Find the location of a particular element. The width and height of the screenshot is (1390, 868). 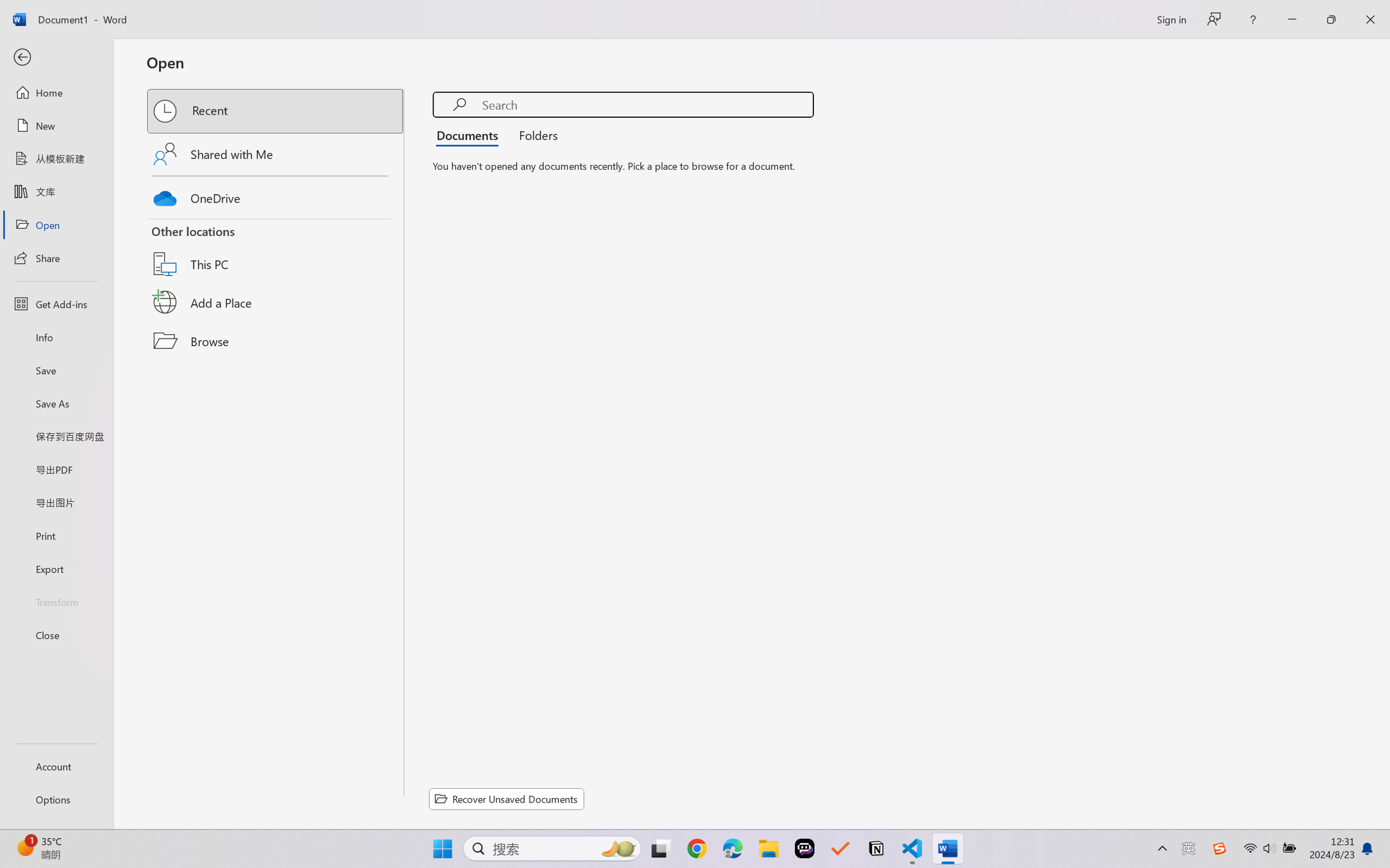

'This PC' is located at coordinates (276, 250).